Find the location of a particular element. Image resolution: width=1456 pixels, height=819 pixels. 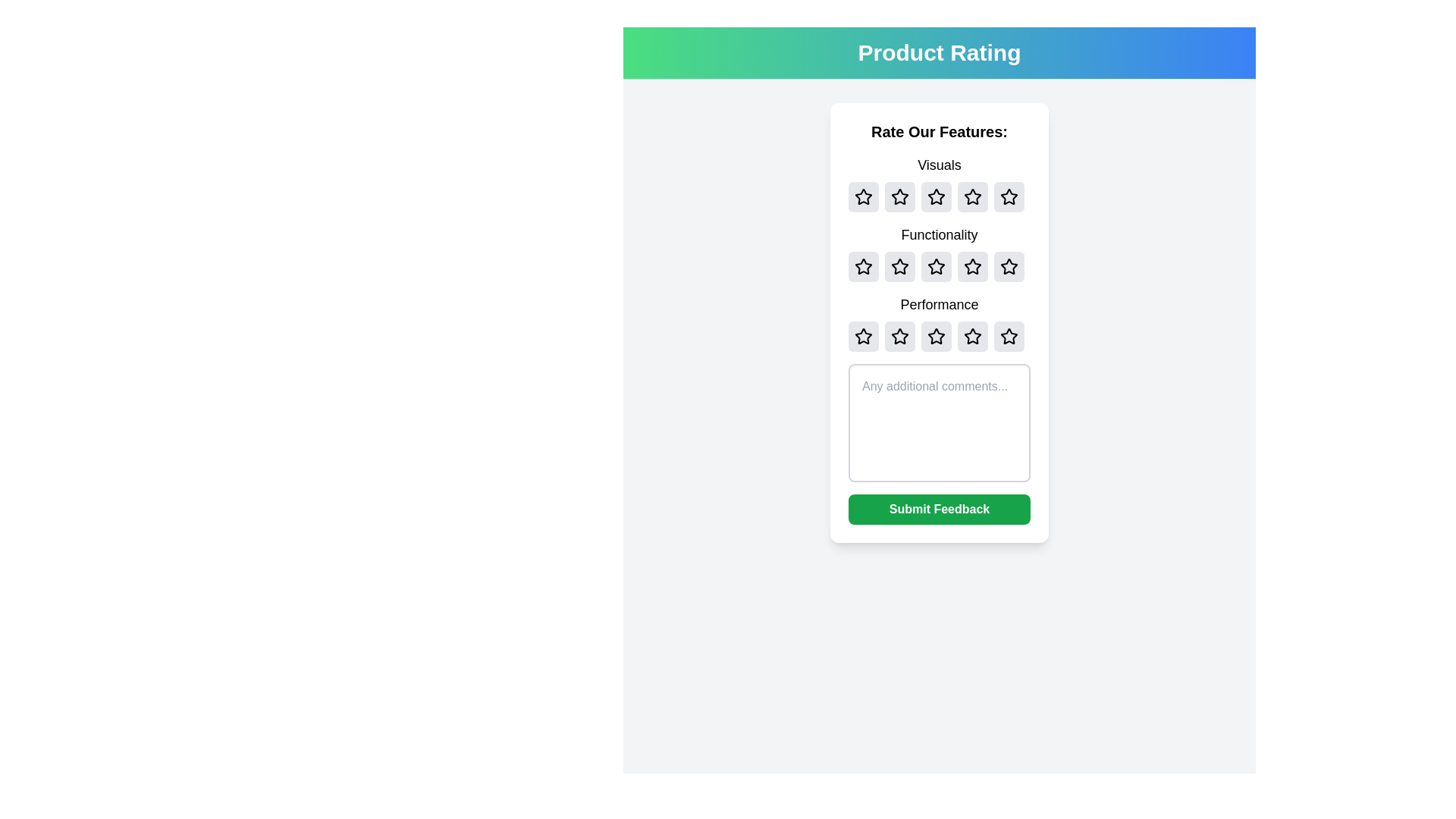

the fourth outlined star icon in the performance rating section is located at coordinates (972, 335).